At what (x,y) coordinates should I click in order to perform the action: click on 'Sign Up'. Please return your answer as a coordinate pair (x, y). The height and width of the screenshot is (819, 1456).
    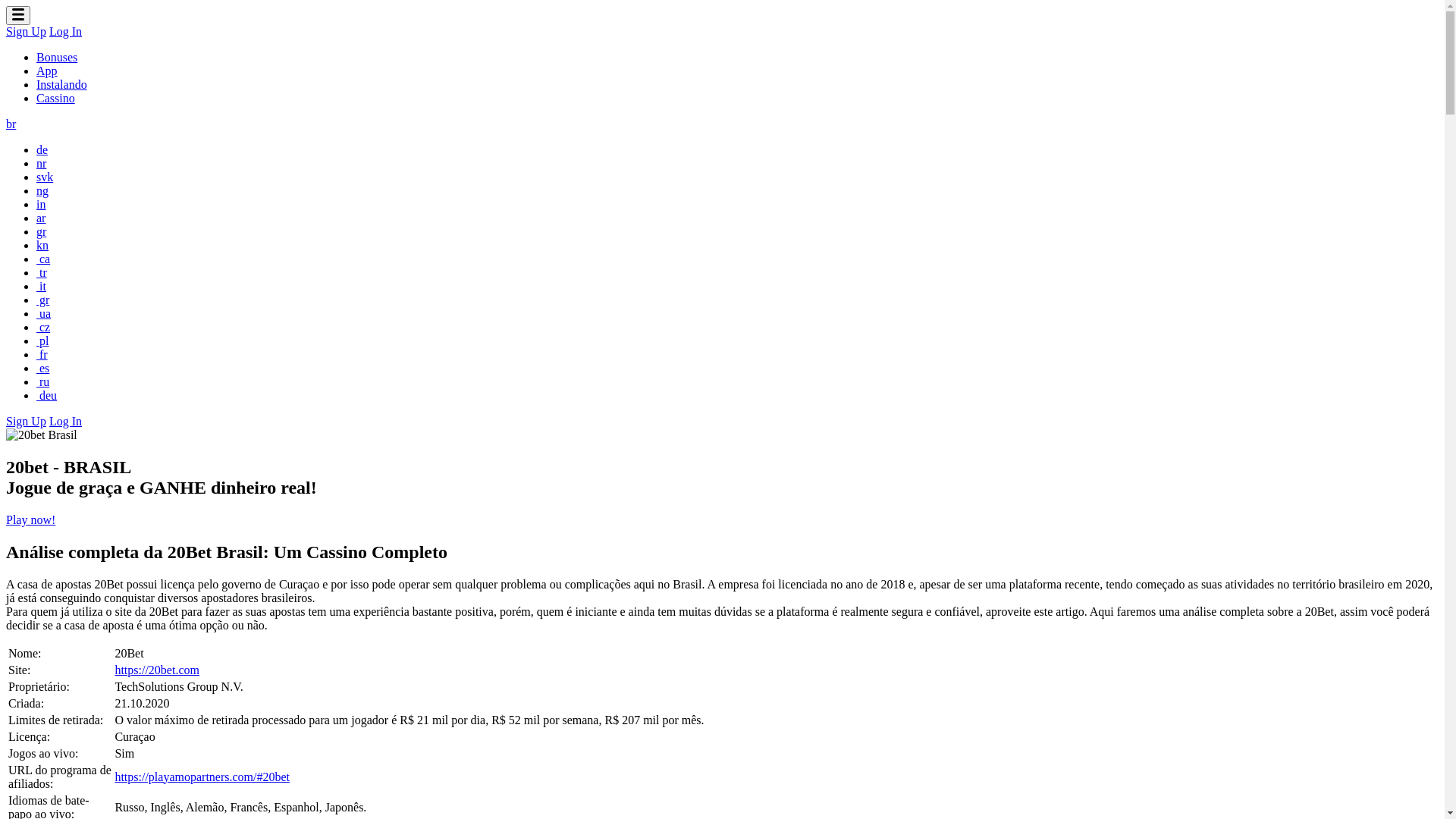
    Looking at the image, I should click on (26, 421).